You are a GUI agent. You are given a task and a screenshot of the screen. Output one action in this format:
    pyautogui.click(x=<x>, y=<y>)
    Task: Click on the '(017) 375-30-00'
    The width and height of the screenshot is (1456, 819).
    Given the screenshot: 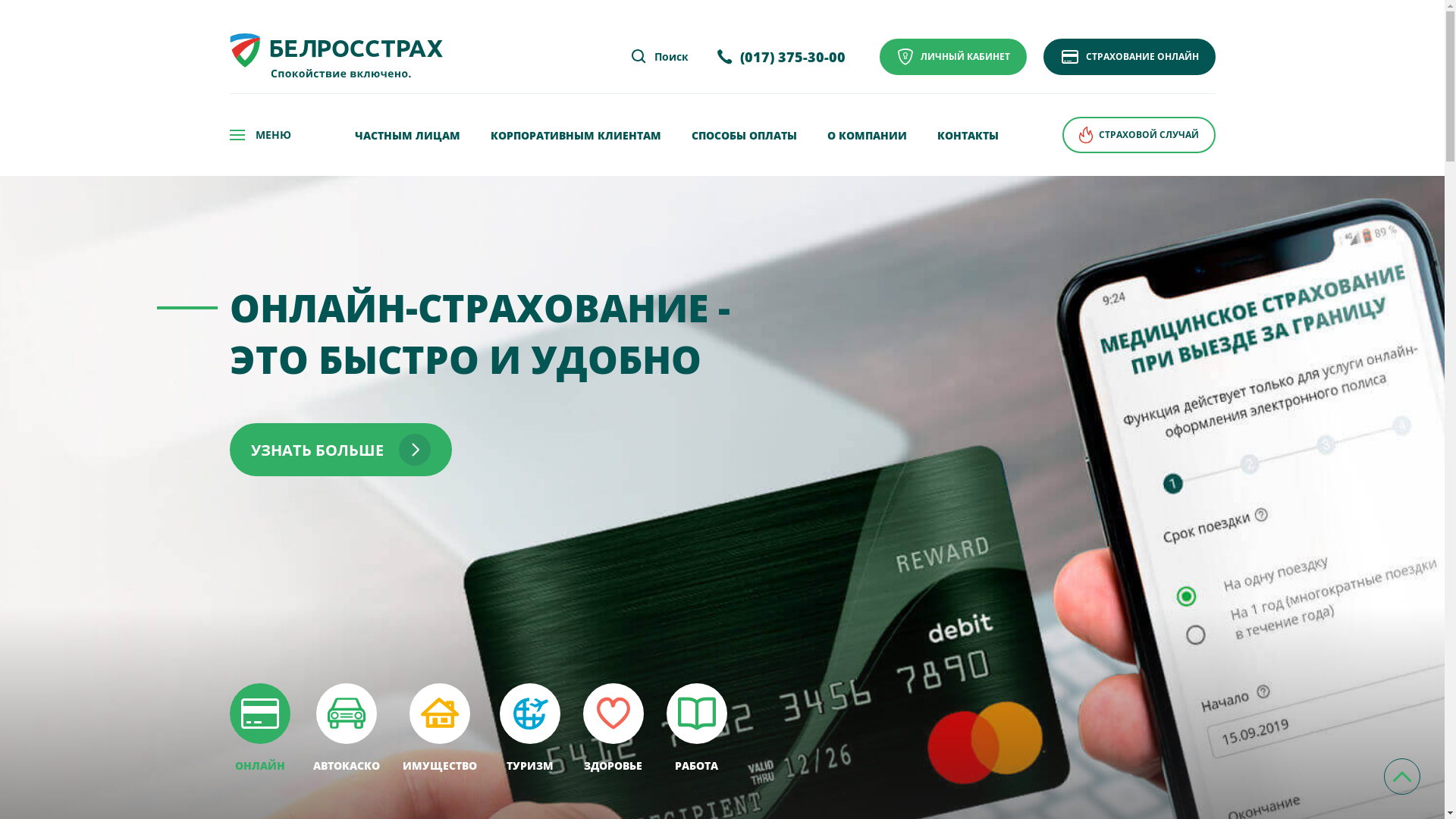 What is the action you would take?
    pyautogui.click(x=780, y=56)
    